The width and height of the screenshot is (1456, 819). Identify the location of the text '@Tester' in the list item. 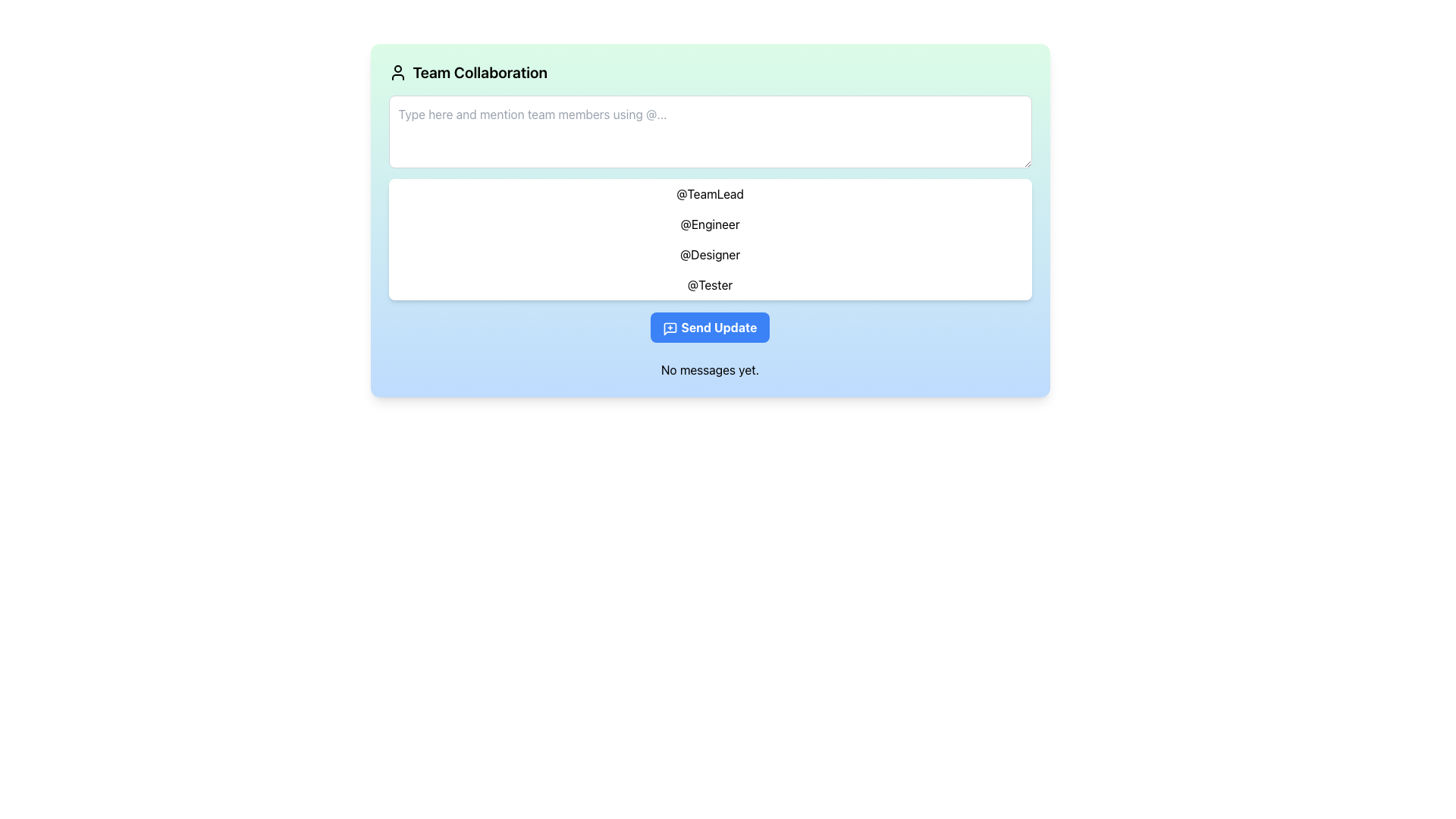
(709, 284).